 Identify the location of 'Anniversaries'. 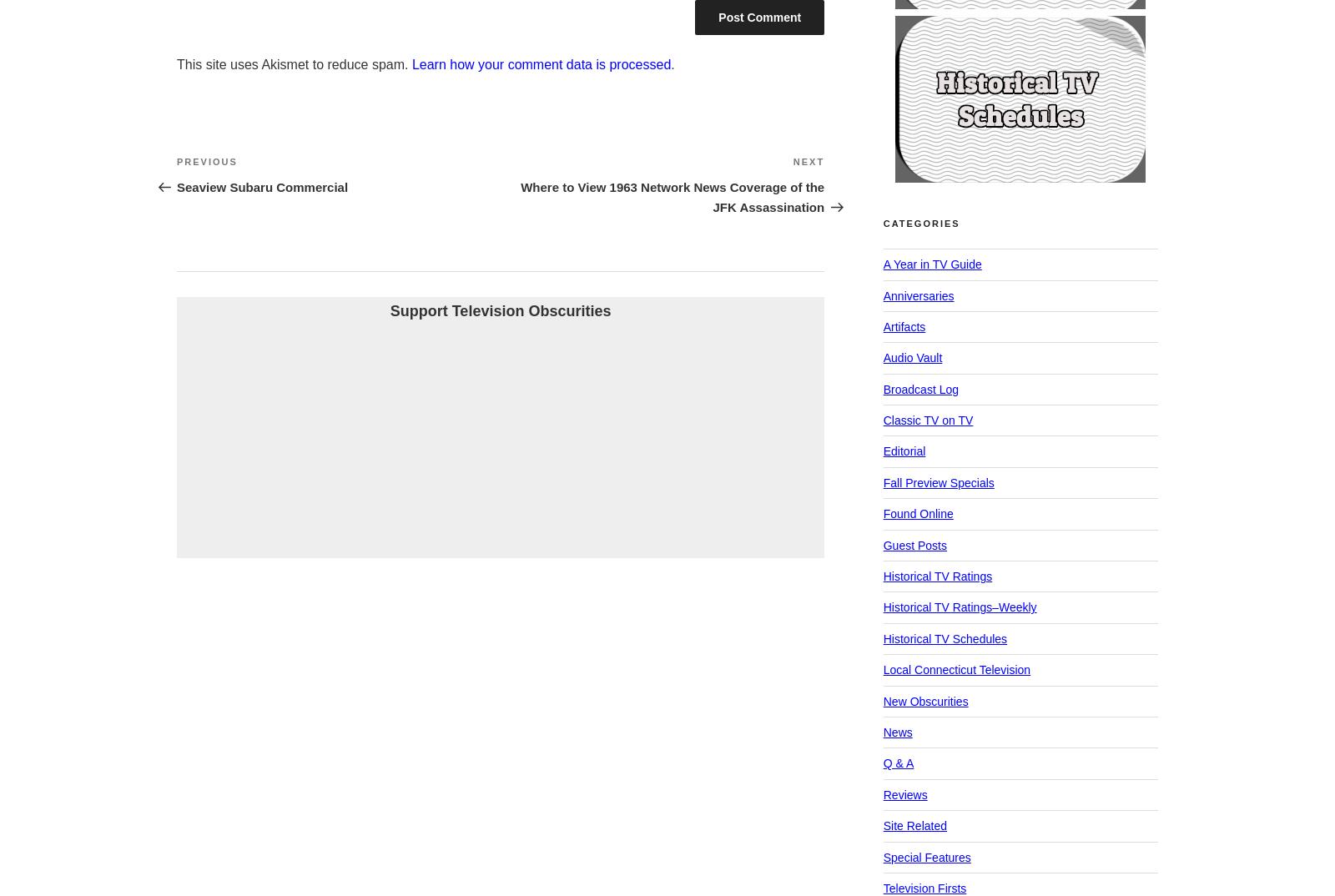
(918, 294).